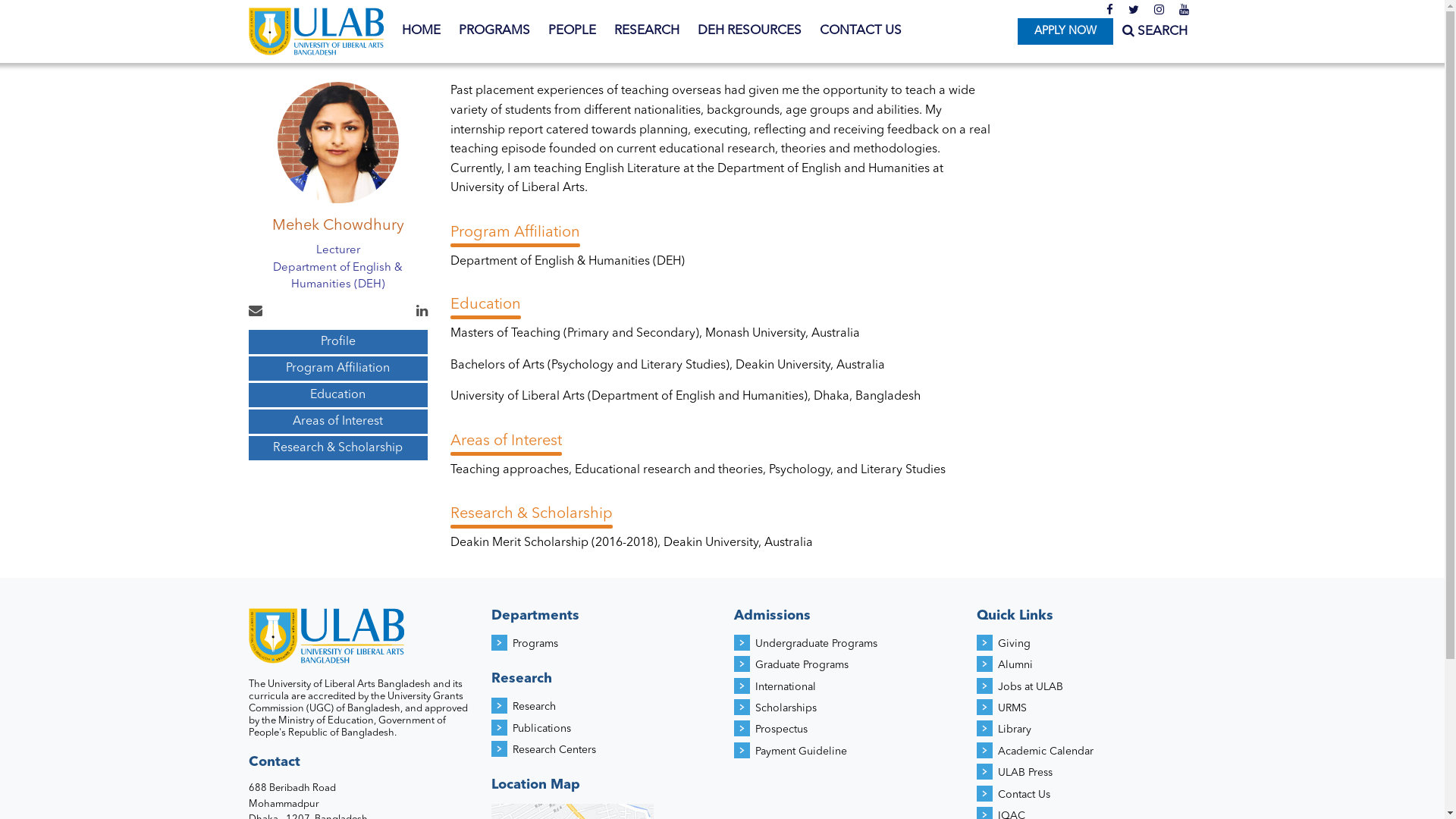  What do you see at coordinates (647, 31) in the screenshot?
I see `'RESEARCH'` at bounding box center [647, 31].